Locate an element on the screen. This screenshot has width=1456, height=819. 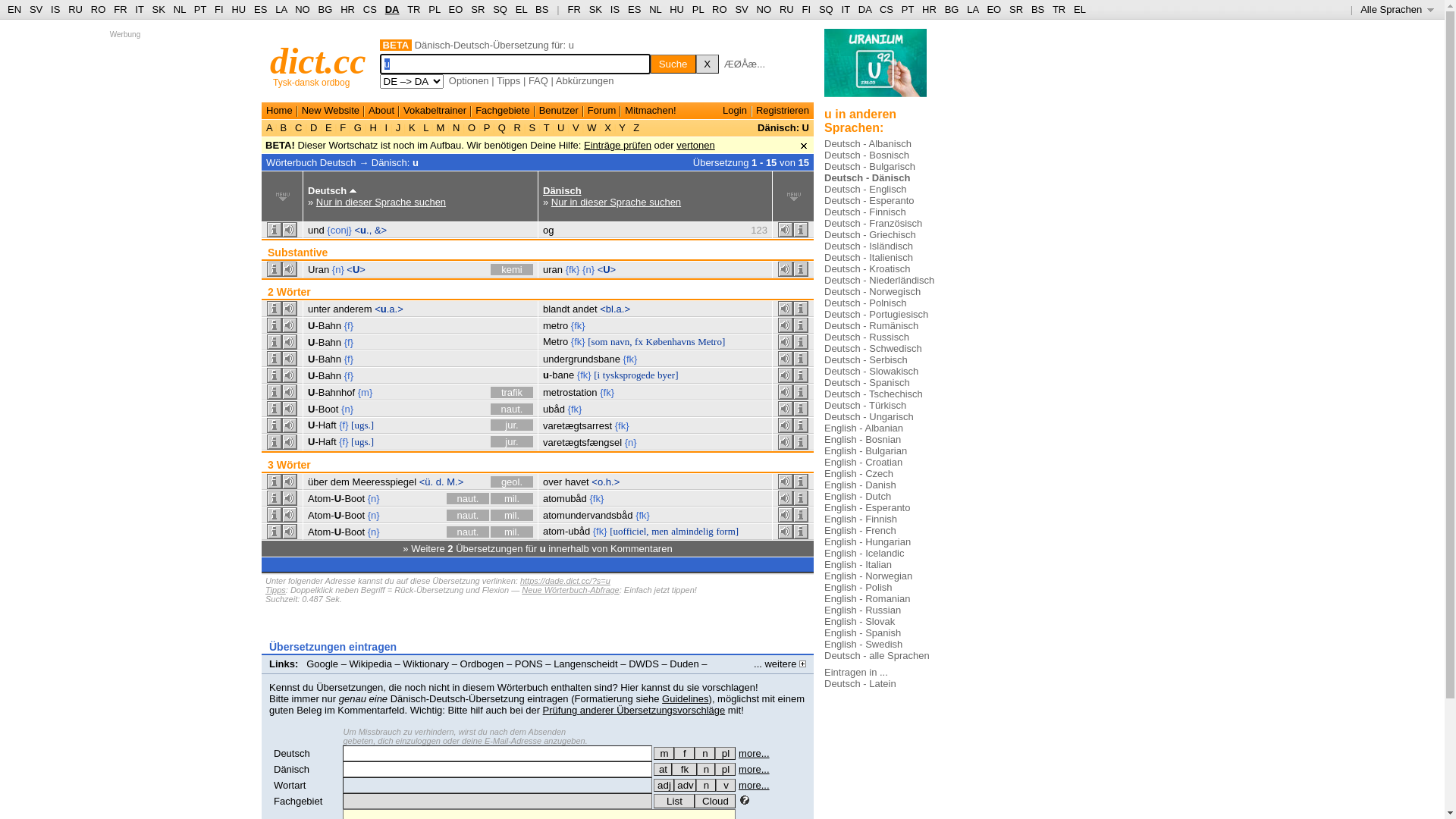
'Deutsch - Finnisch' is located at coordinates (865, 212).